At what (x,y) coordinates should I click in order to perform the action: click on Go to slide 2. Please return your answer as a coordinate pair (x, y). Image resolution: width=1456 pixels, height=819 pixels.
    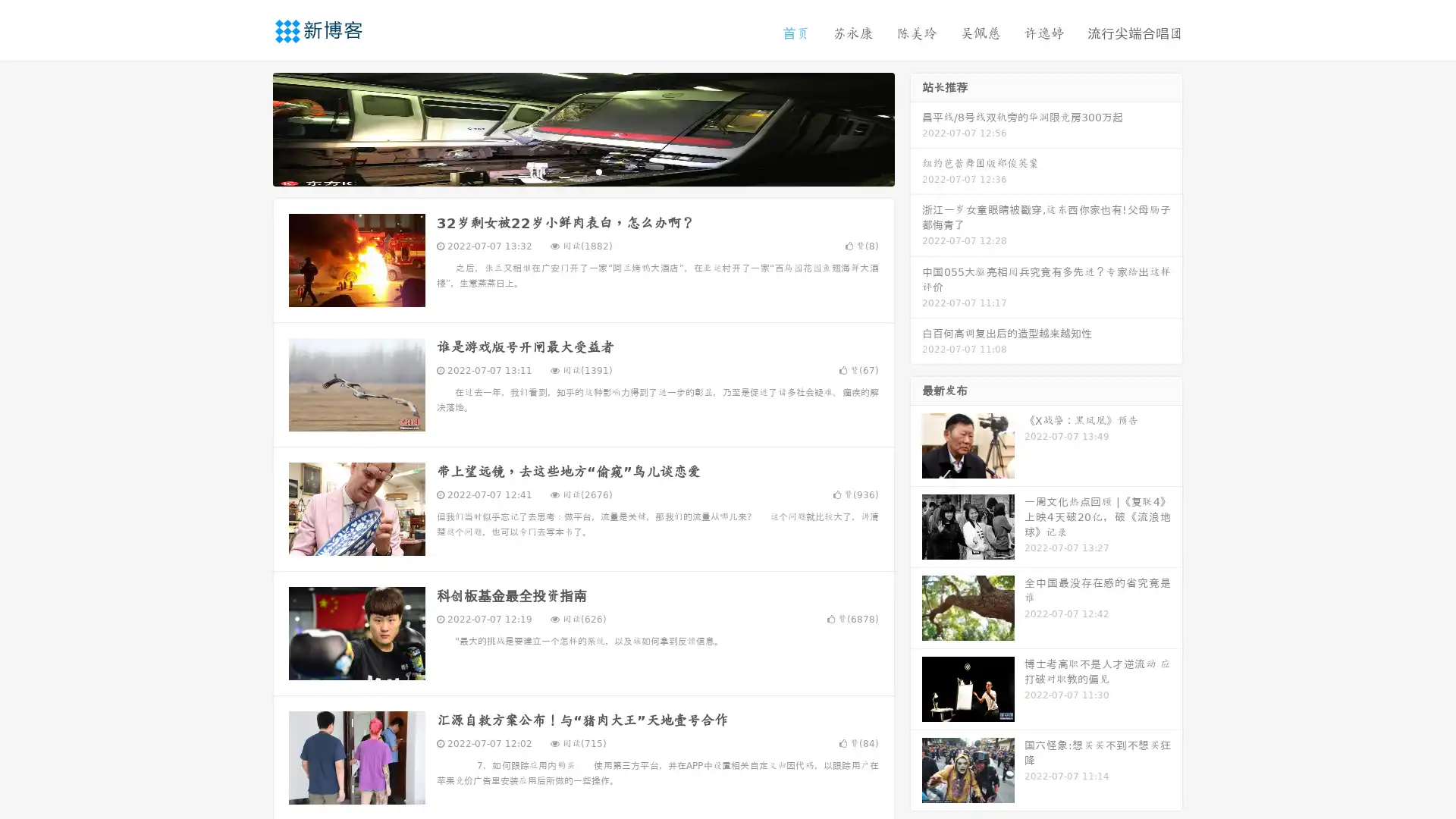
    Looking at the image, I should click on (582, 171).